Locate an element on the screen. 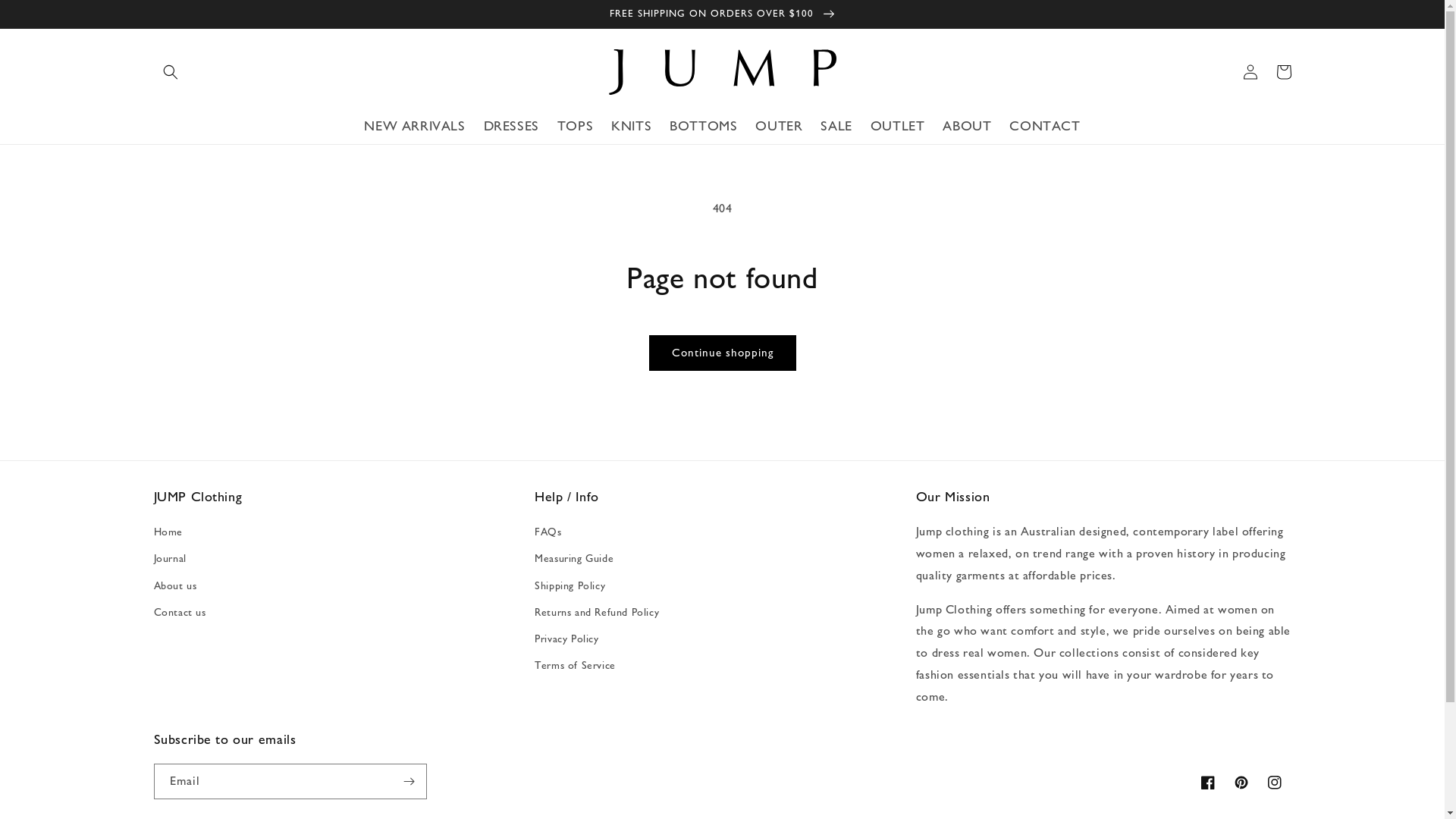 The width and height of the screenshot is (1456, 819). 'Home' is located at coordinates (167, 533).